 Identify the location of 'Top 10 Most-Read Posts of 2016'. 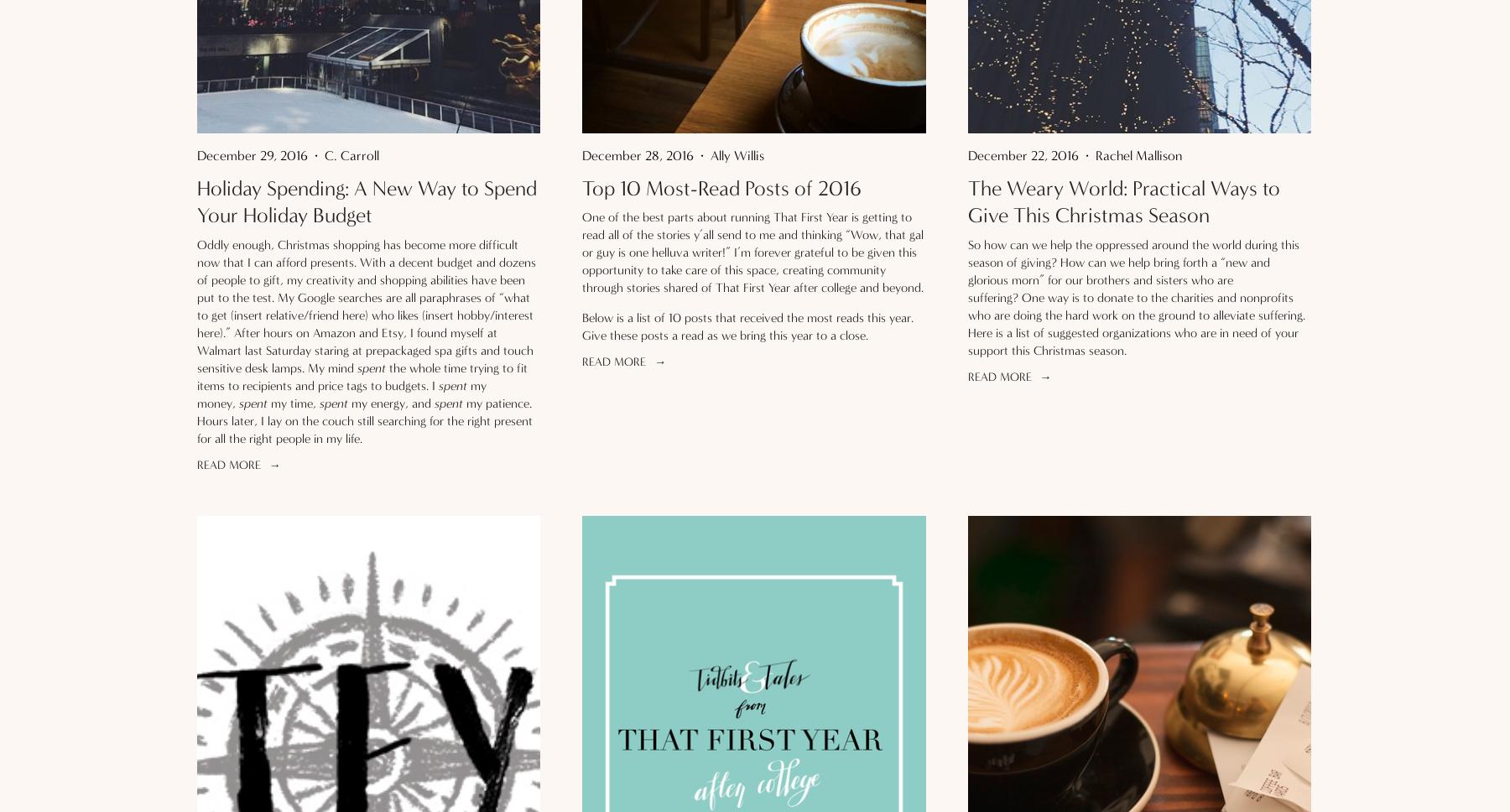
(721, 186).